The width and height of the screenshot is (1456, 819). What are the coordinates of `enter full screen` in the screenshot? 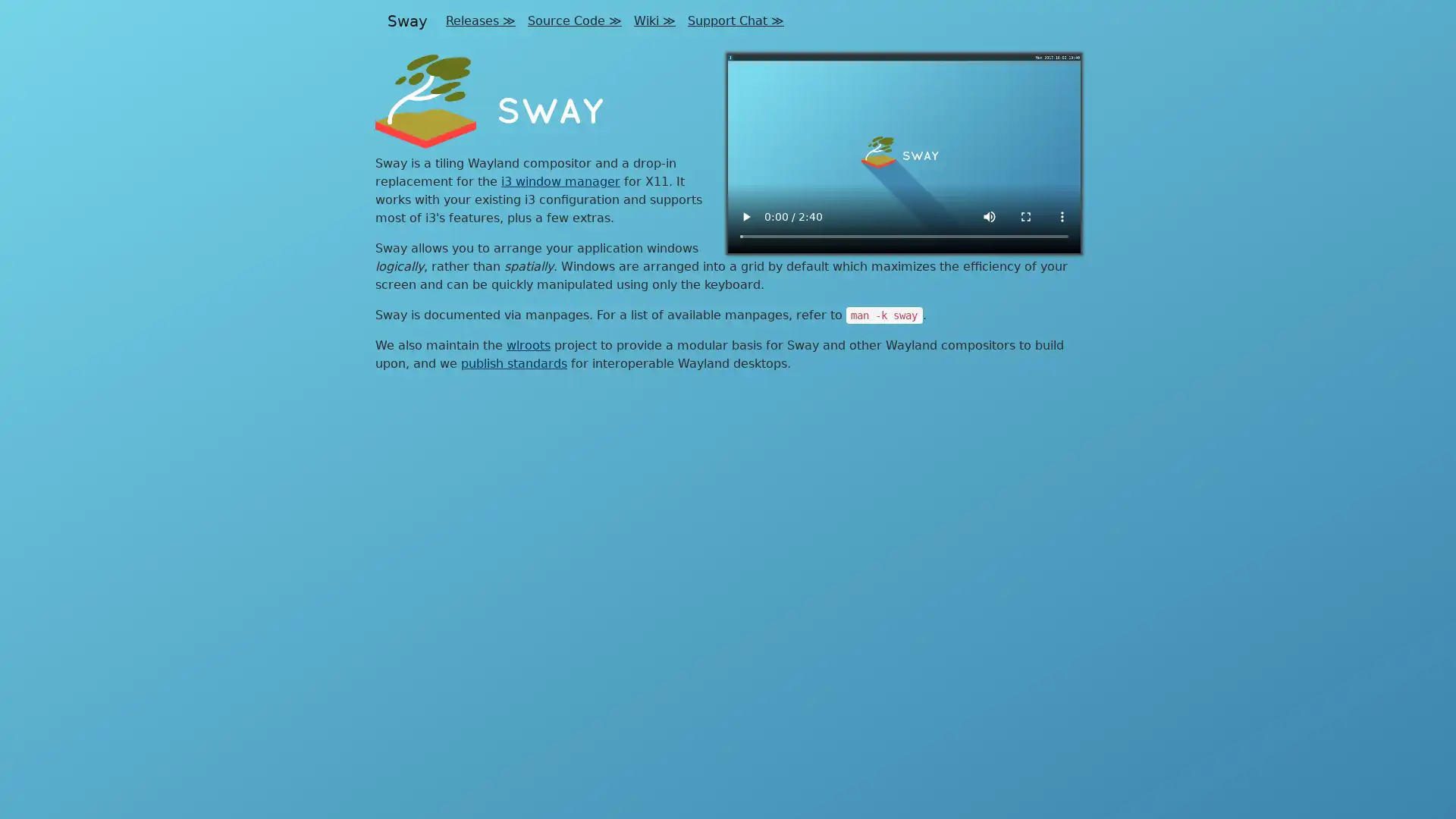 It's located at (1026, 216).